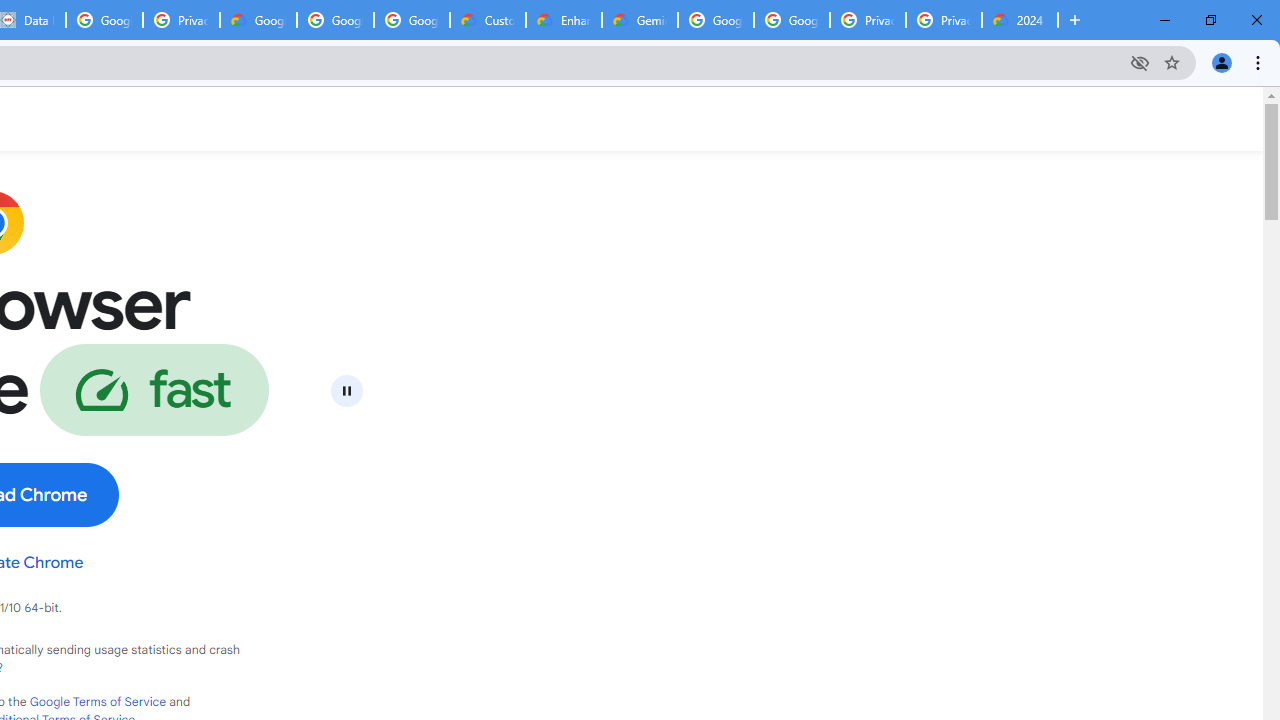 This screenshot has width=1280, height=720. I want to click on 'Google Terms of Service', so click(96, 701).